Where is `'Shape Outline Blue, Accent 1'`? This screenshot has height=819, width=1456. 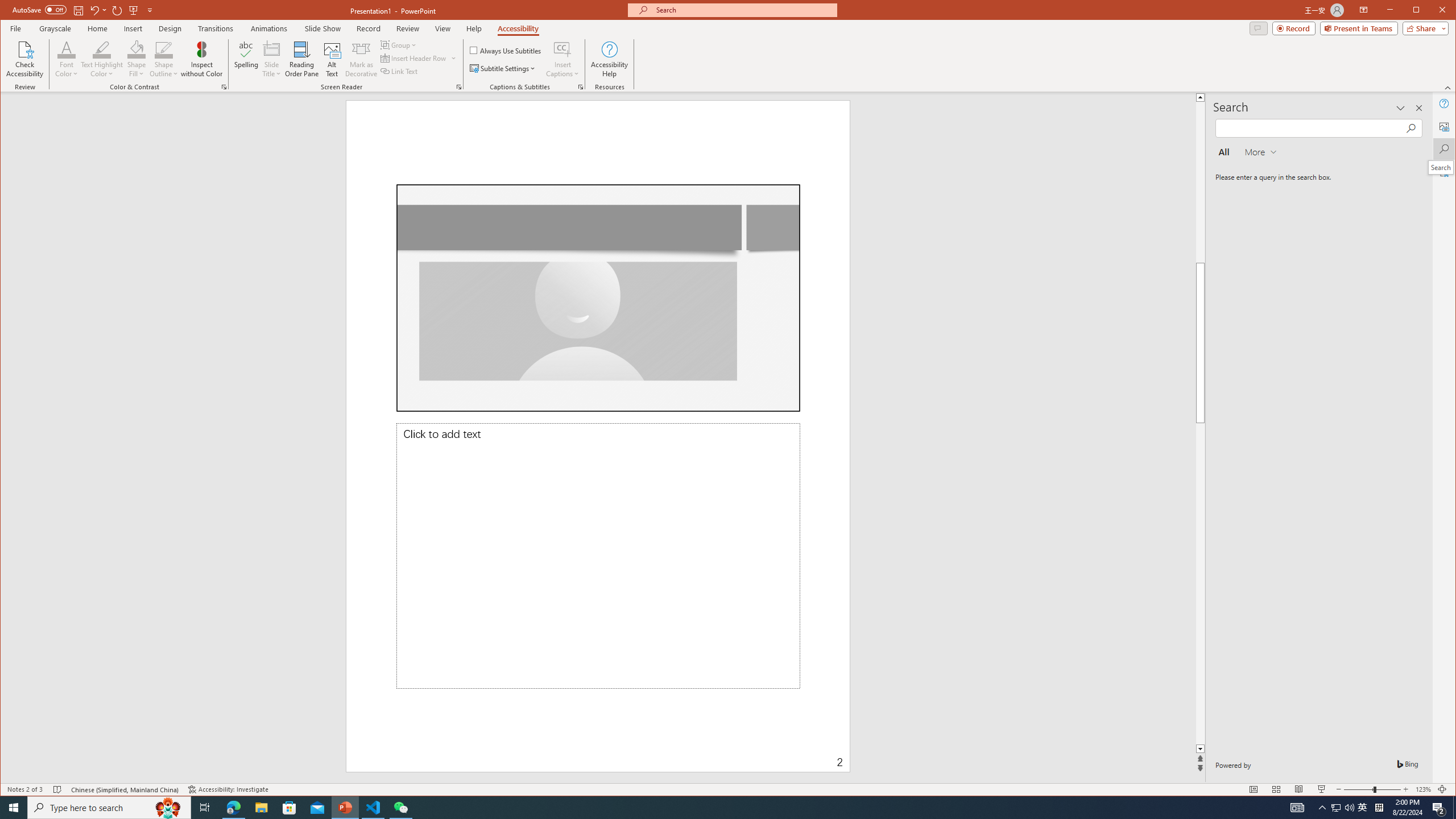
'Shape Outline Blue, Accent 1' is located at coordinates (164, 48).